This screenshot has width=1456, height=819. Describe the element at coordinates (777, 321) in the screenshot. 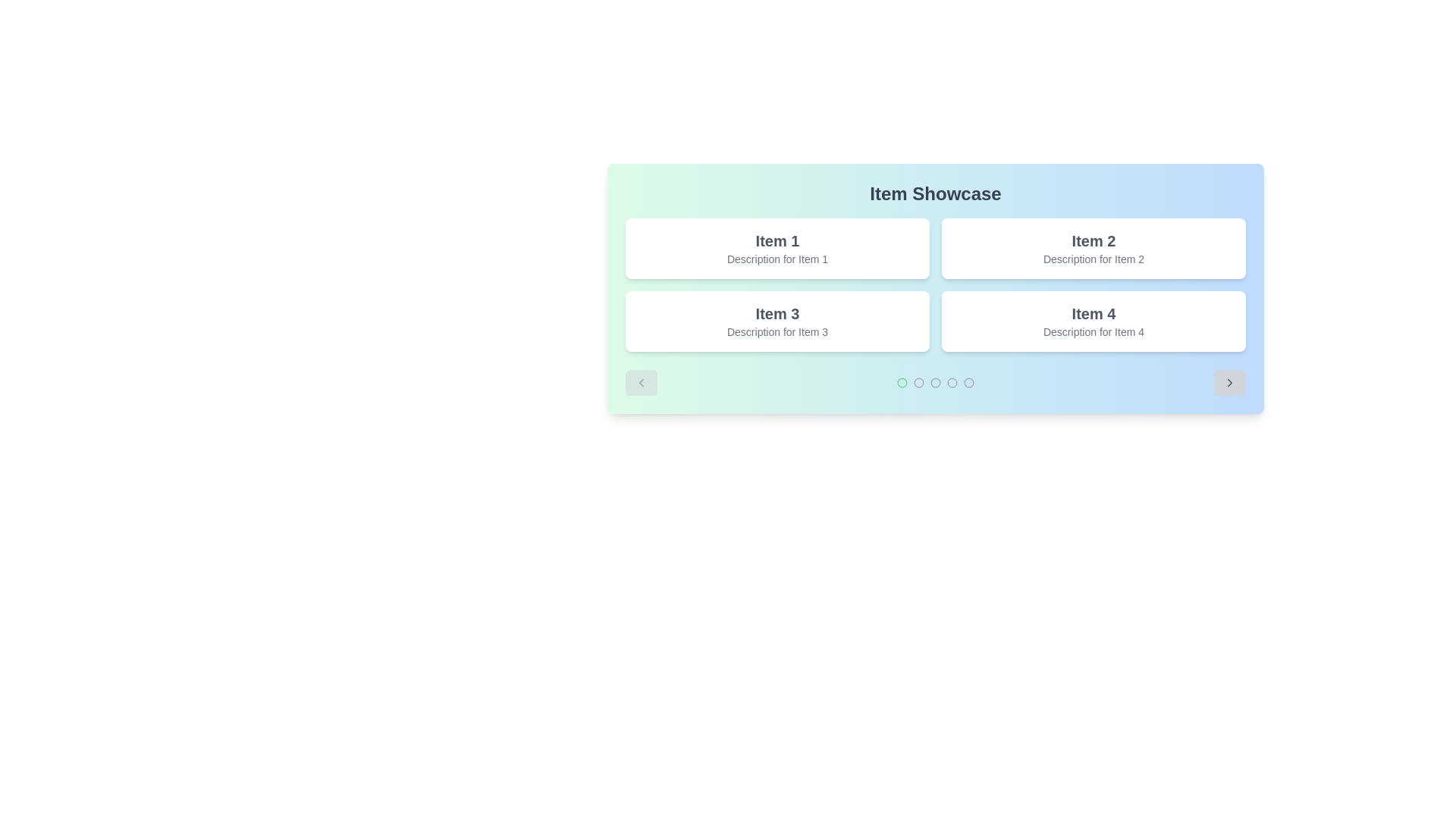

I see `the display card titled 'Item 3', which has a white background, a bold gray title, and a smaller gray subtitle, positioned in the second row of a grid layout` at that location.